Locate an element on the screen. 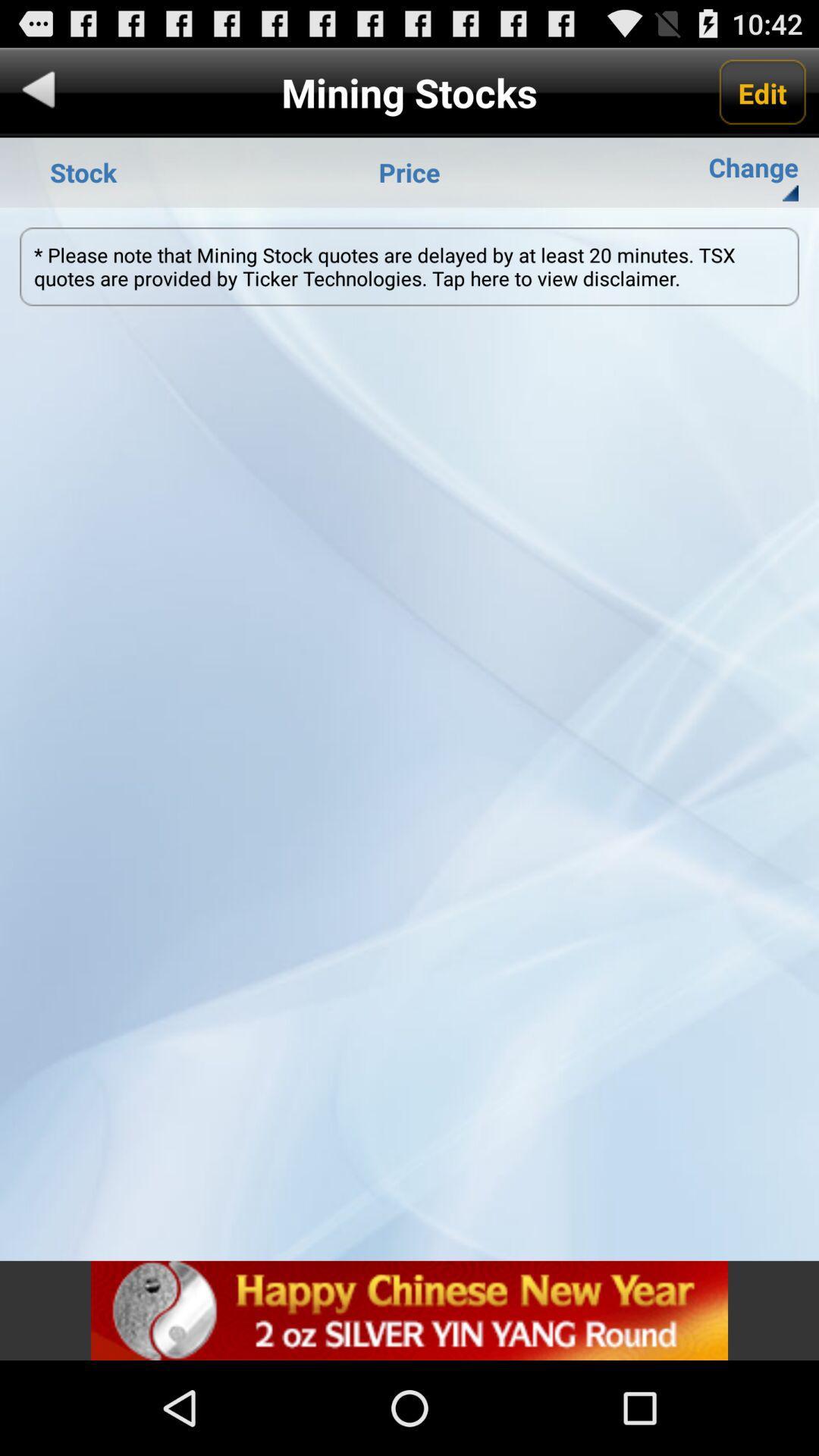 Image resolution: width=819 pixels, height=1456 pixels. click advertisement is located at coordinates (409, 1310).